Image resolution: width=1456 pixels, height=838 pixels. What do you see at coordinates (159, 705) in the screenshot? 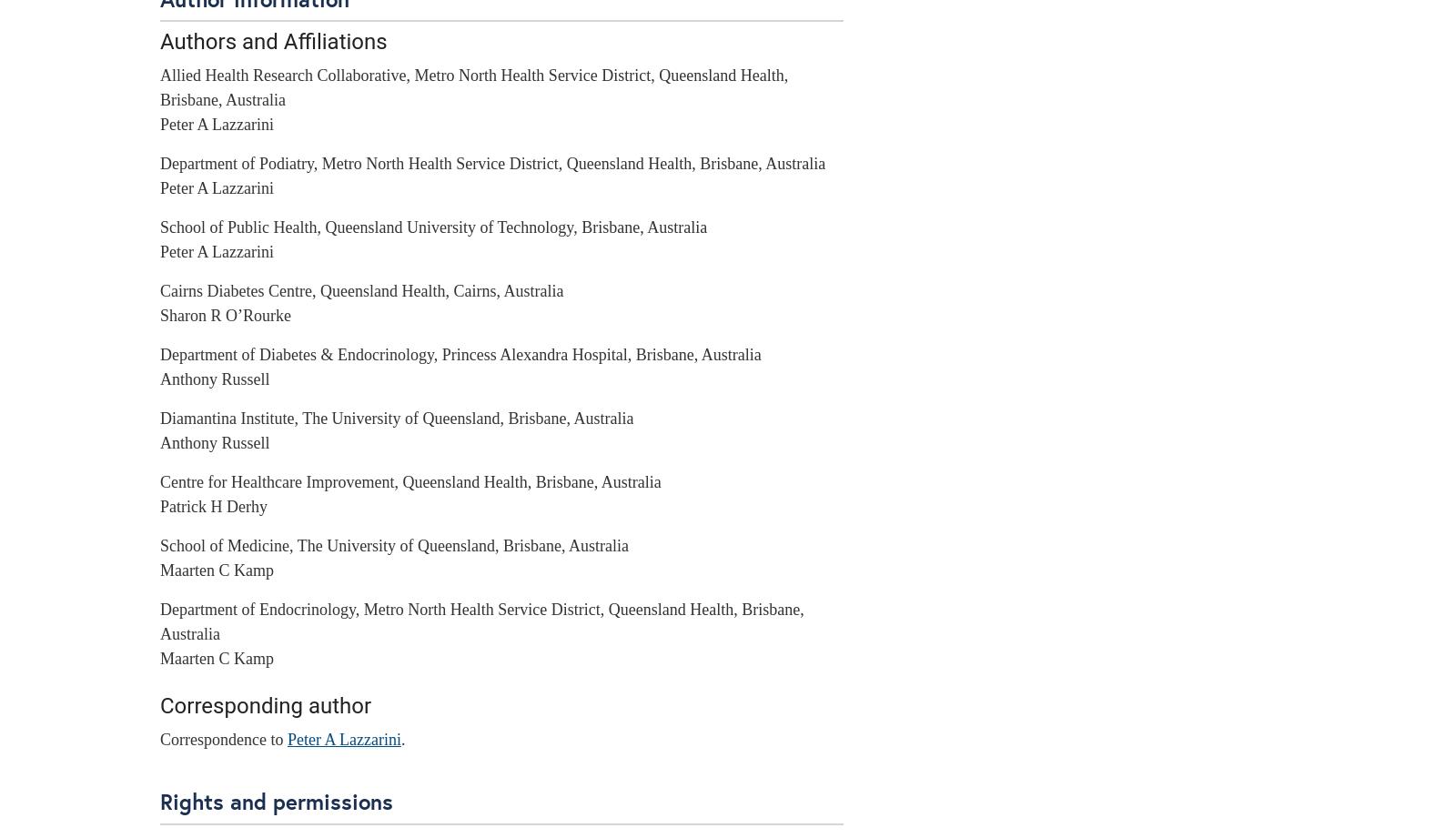
I see `'Corresponding author'` at bounding box center [159, 705].